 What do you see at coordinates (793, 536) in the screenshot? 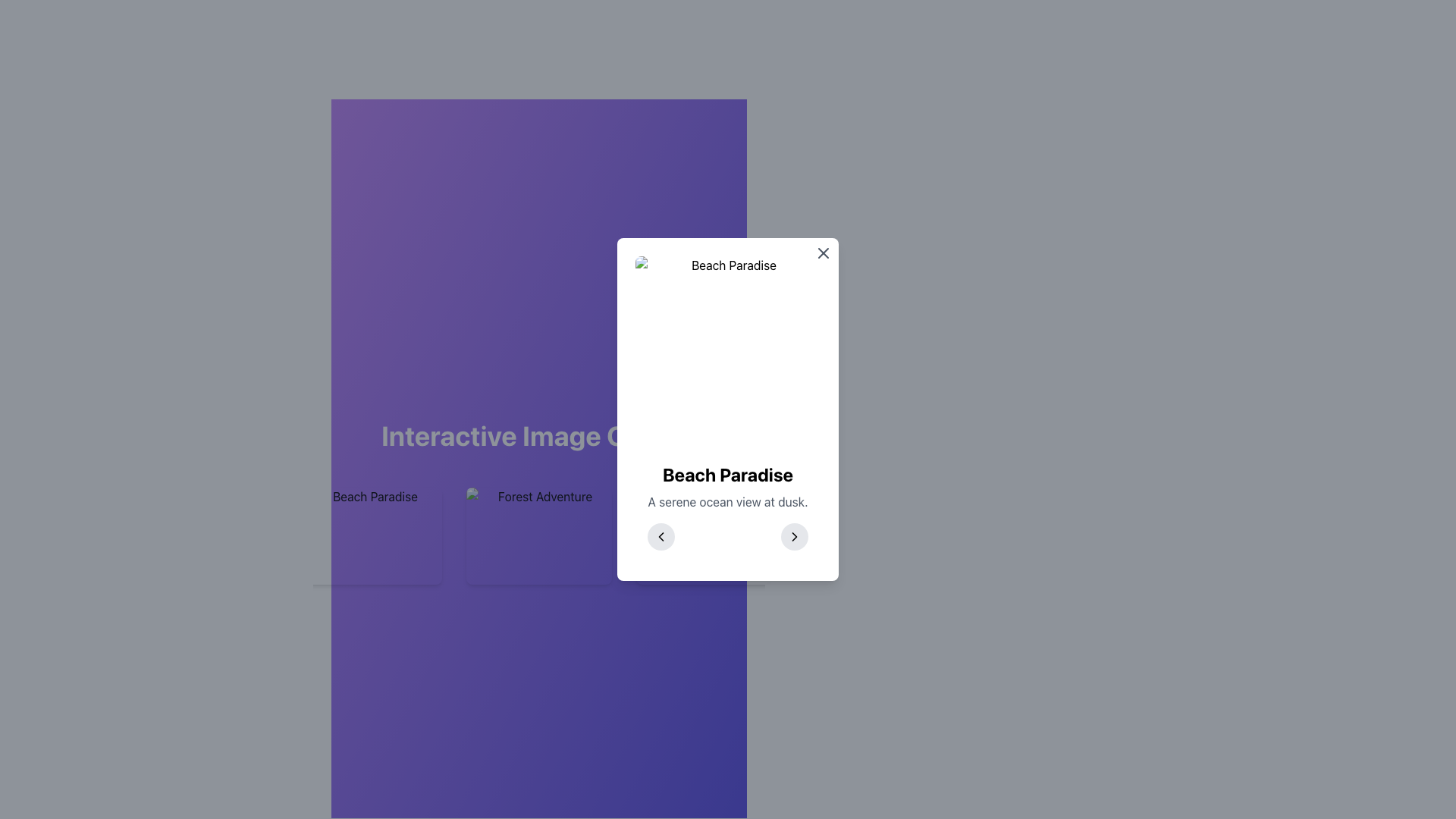
I see `the navigation icon located in the bottom-right circular button of the 'Beach Paradise' white card popup` at bounding box center [793, 536].